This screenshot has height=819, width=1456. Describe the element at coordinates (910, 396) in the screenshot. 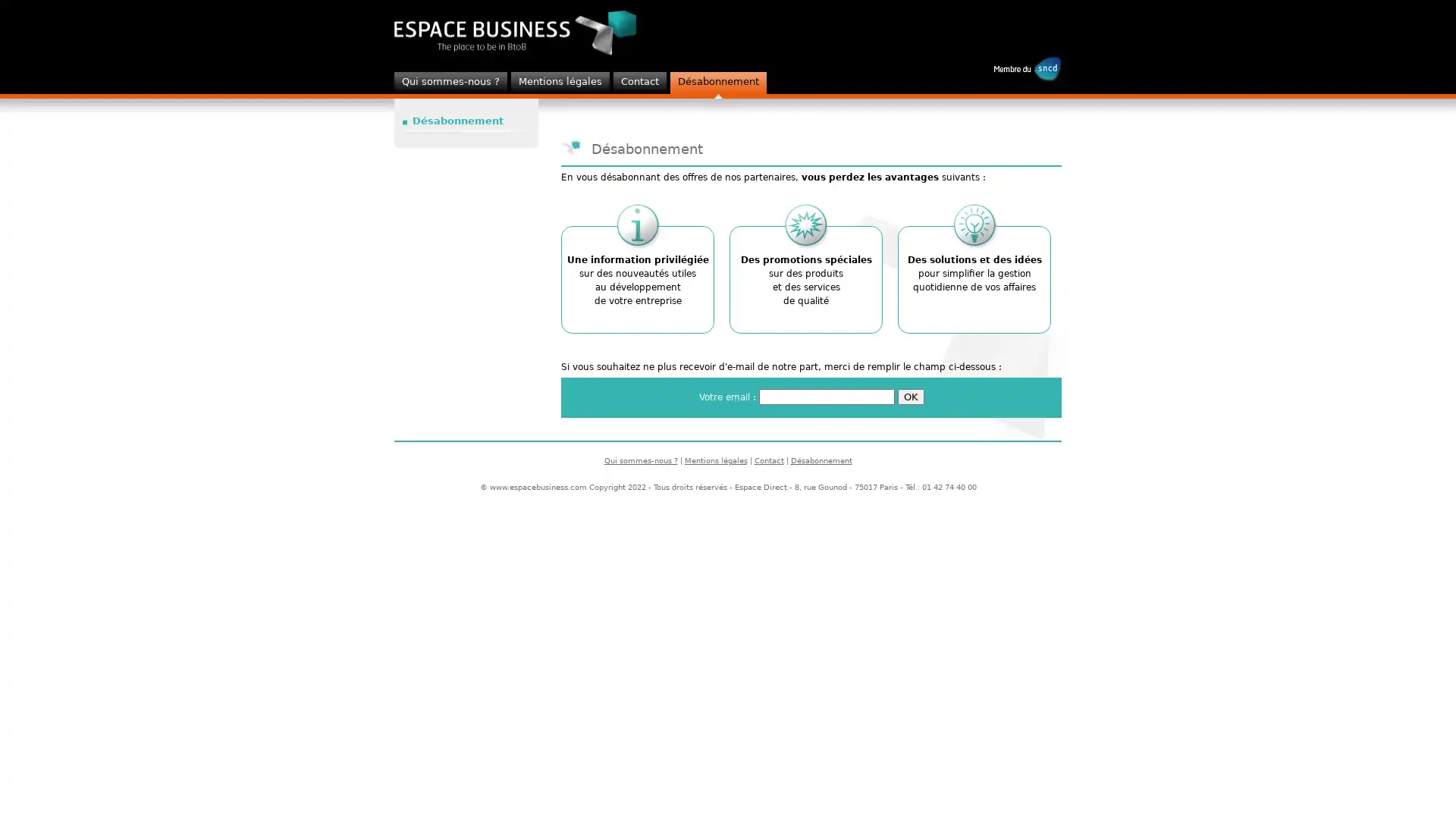

I see `OK` at that location.